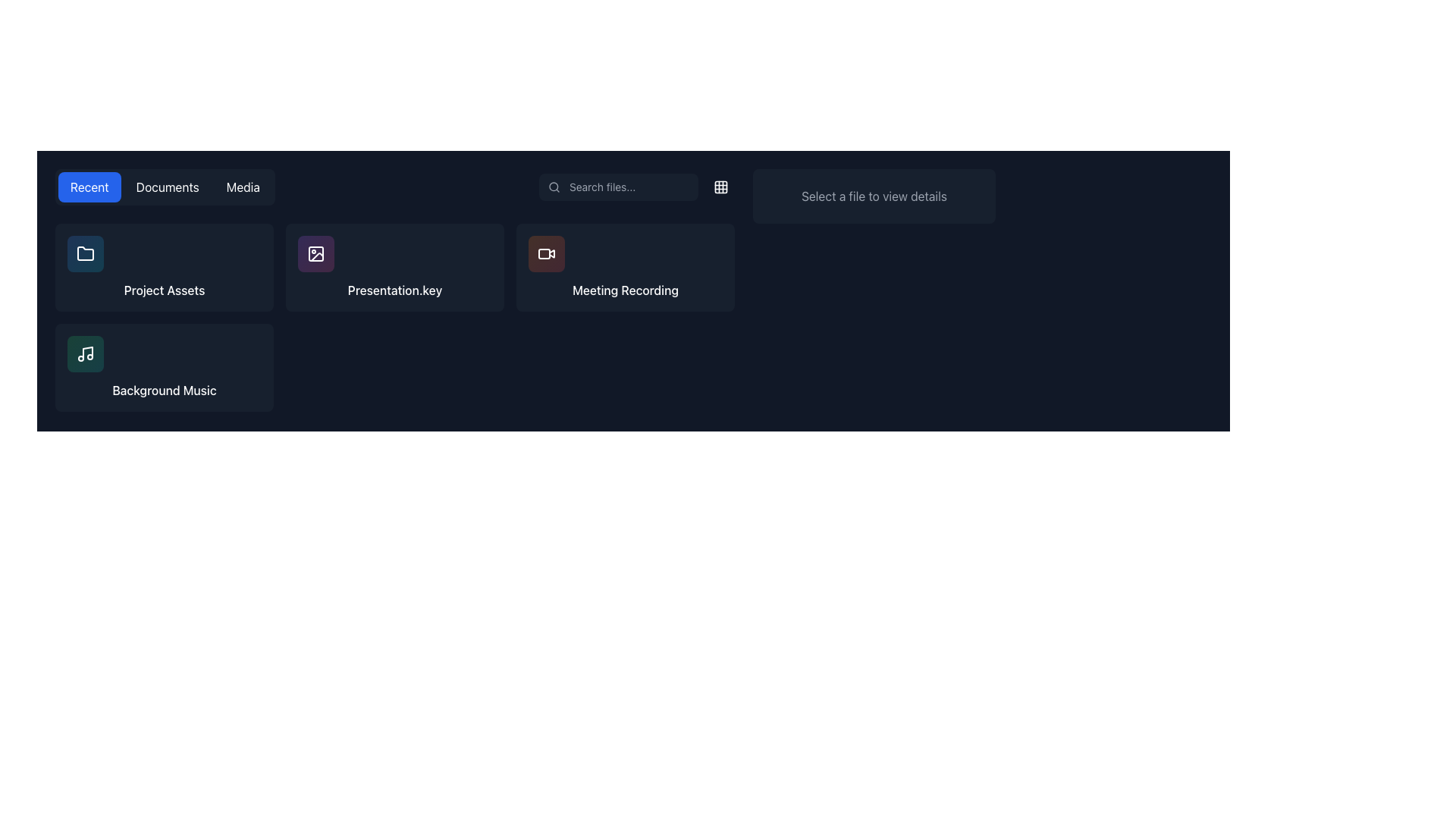 This screenshot has width=1456, height=819. Describe the element at coordinates (164, 290) in the screenshot. I see `the static text label element that displays 'Project Assets', which is styled in white font on a dark background and is located directly beneath a folder icon` at that location.